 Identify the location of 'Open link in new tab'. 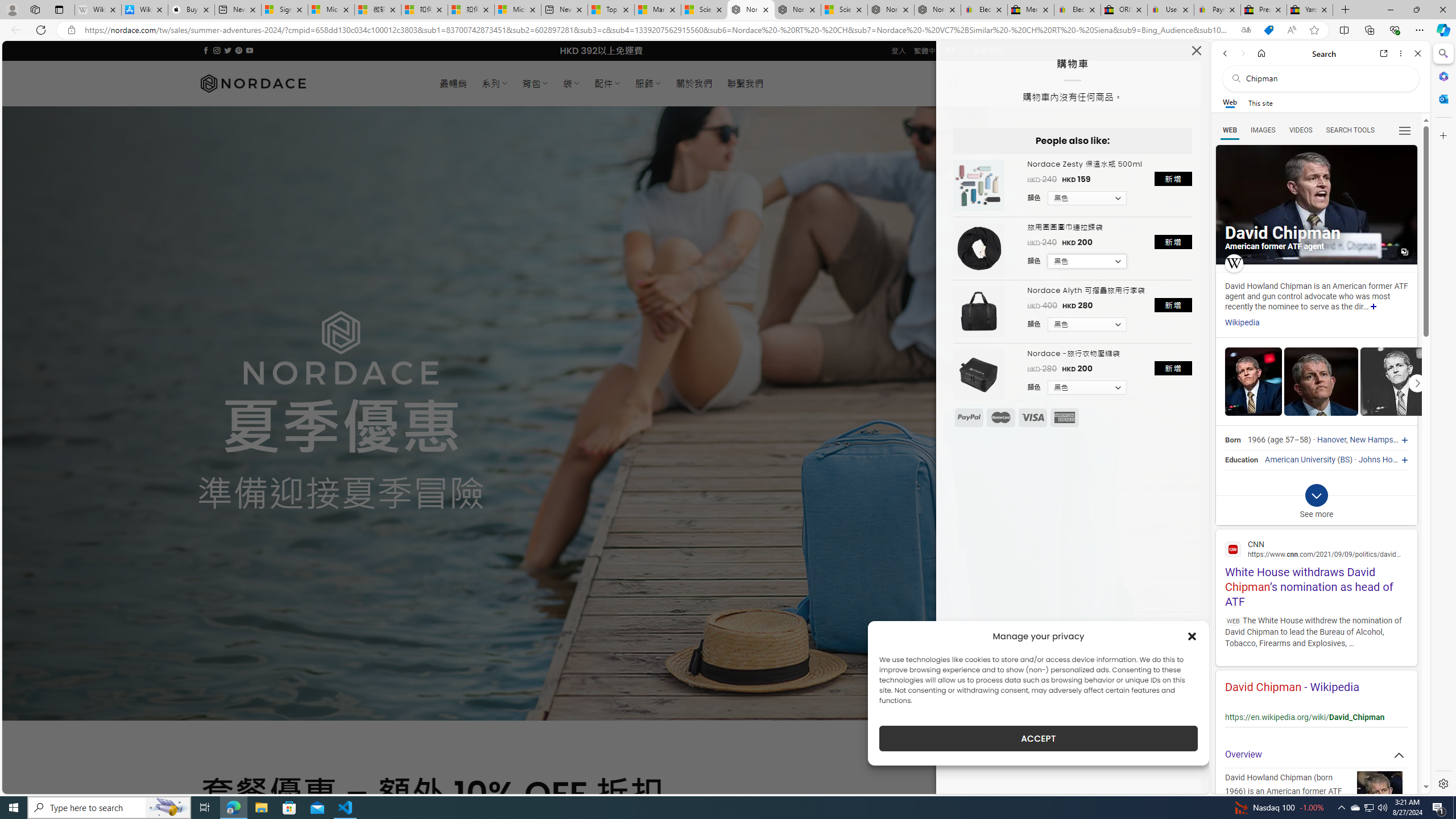
(1384, 53).